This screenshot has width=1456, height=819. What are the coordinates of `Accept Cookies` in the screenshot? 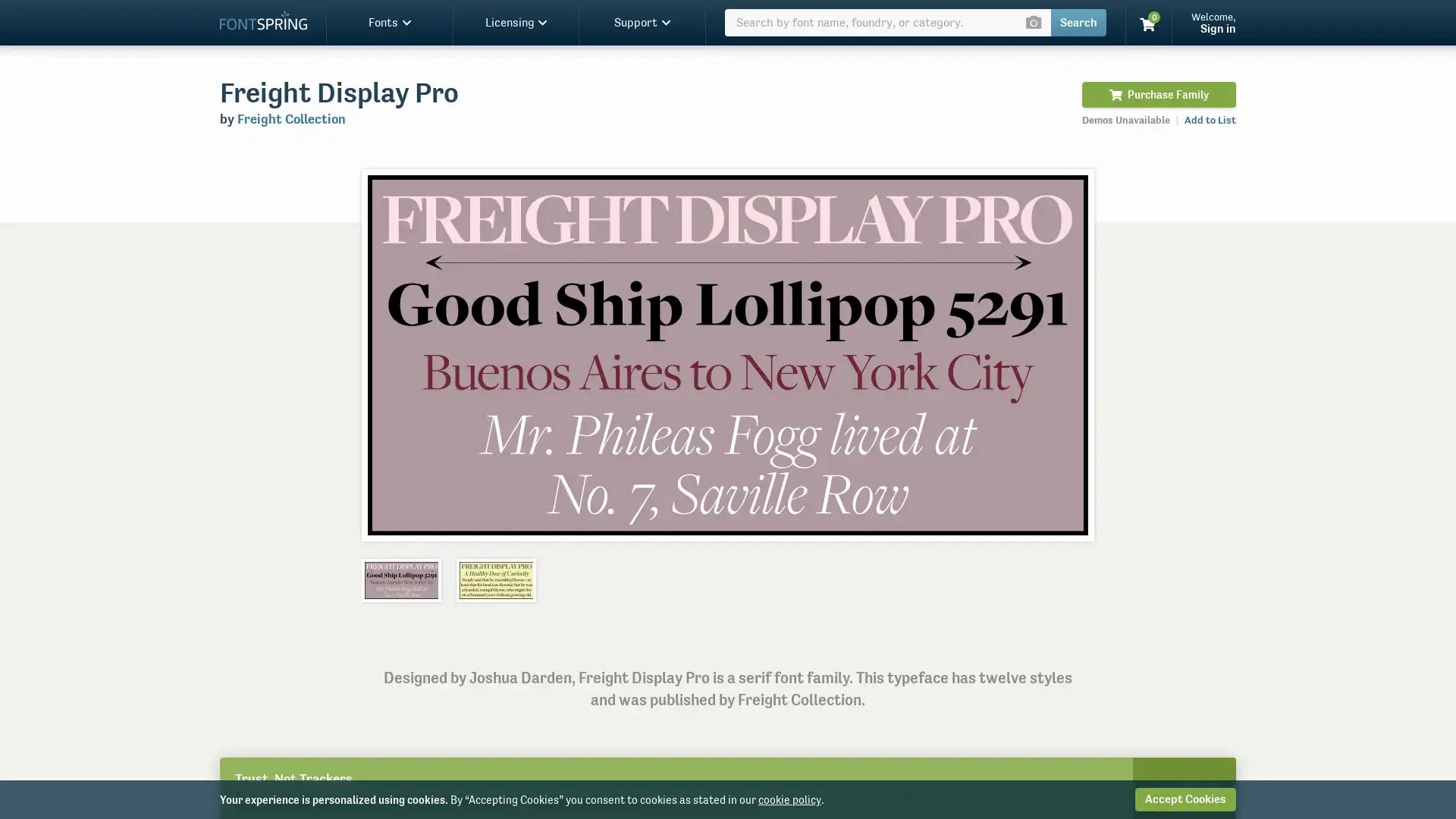 It's located at (1185, 799).